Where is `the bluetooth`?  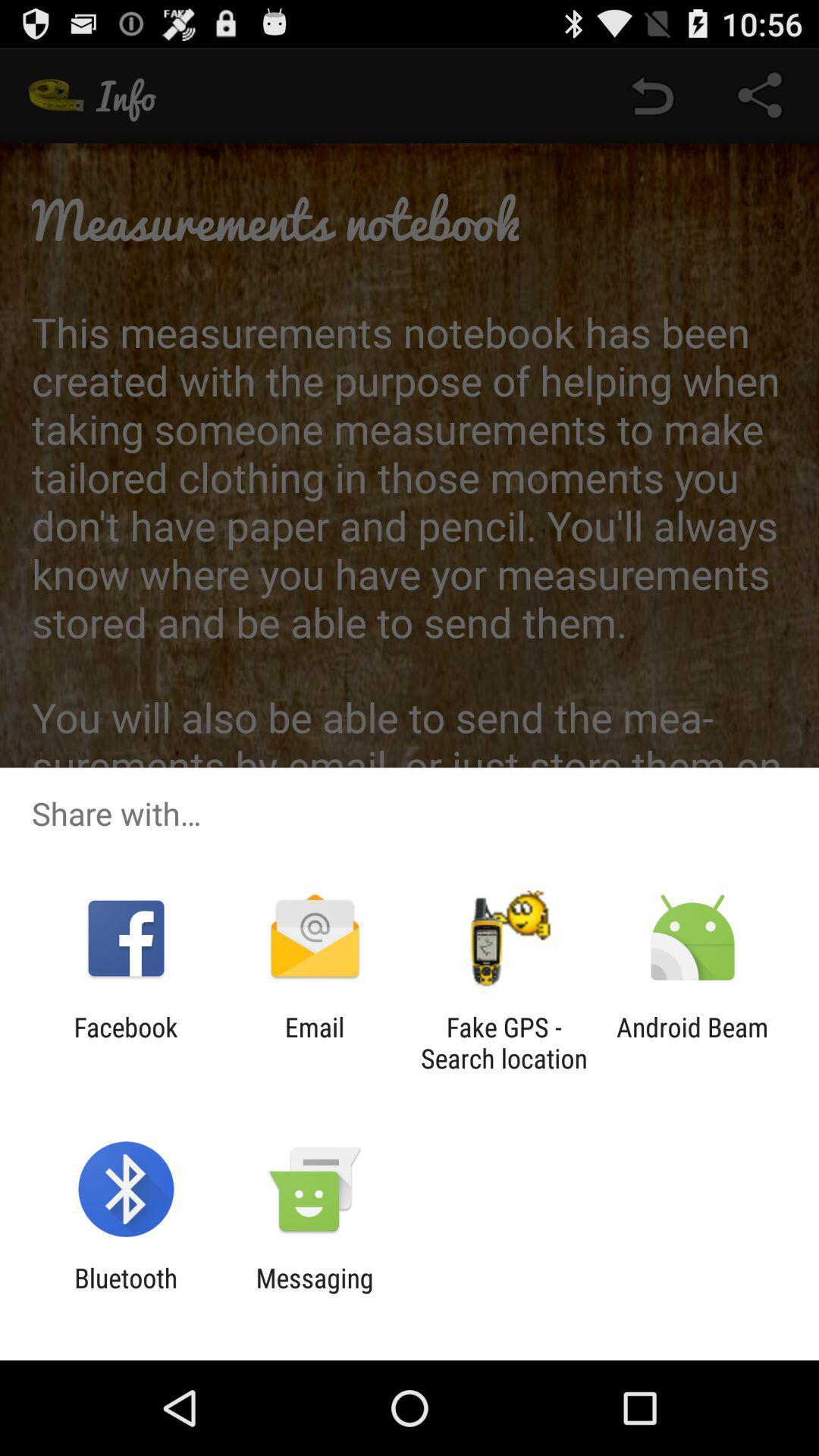
the bluetooth is located at coordinates (125, 1293).